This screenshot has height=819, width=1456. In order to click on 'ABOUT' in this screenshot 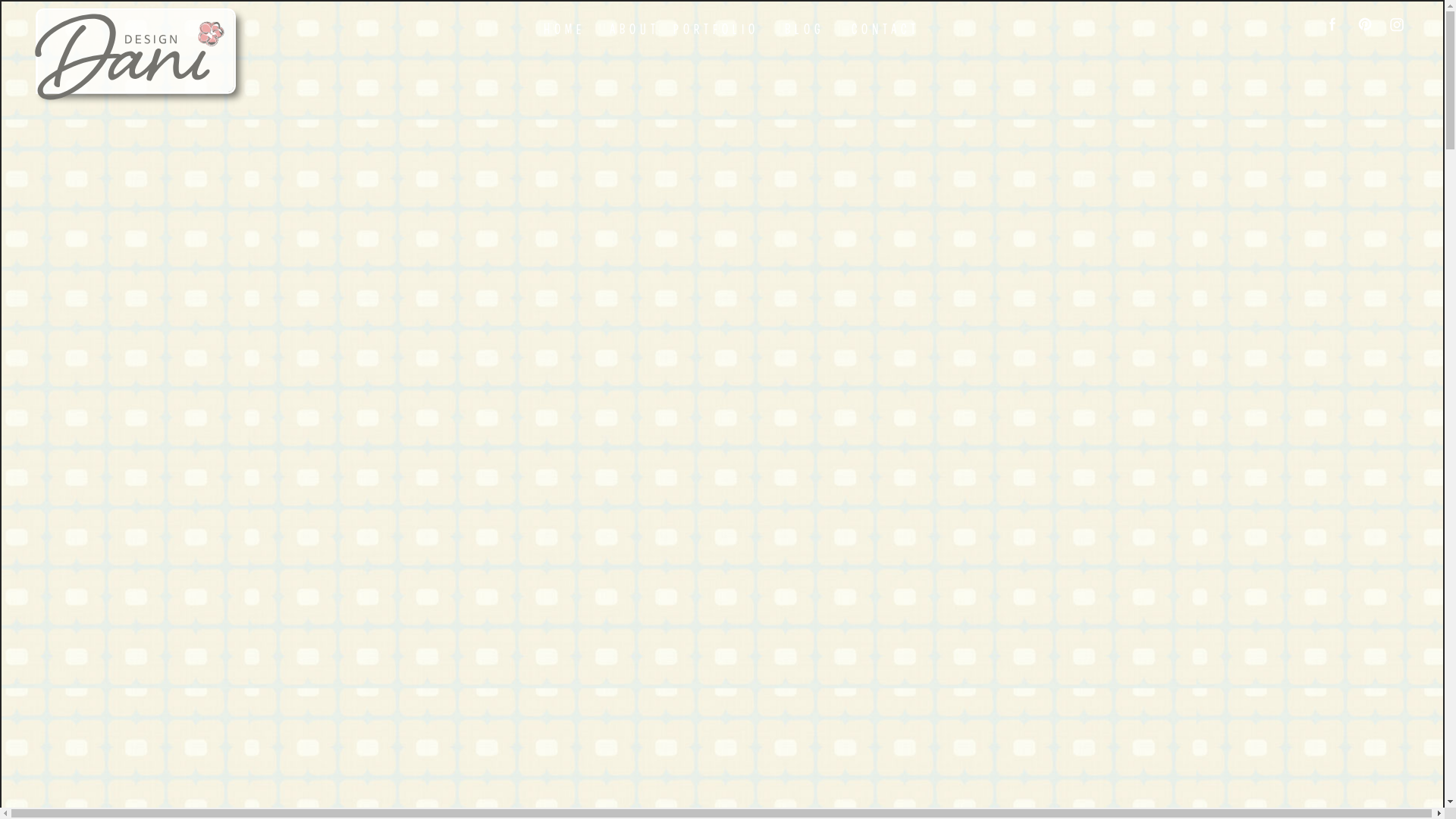, I will do `click(634, 29)`.